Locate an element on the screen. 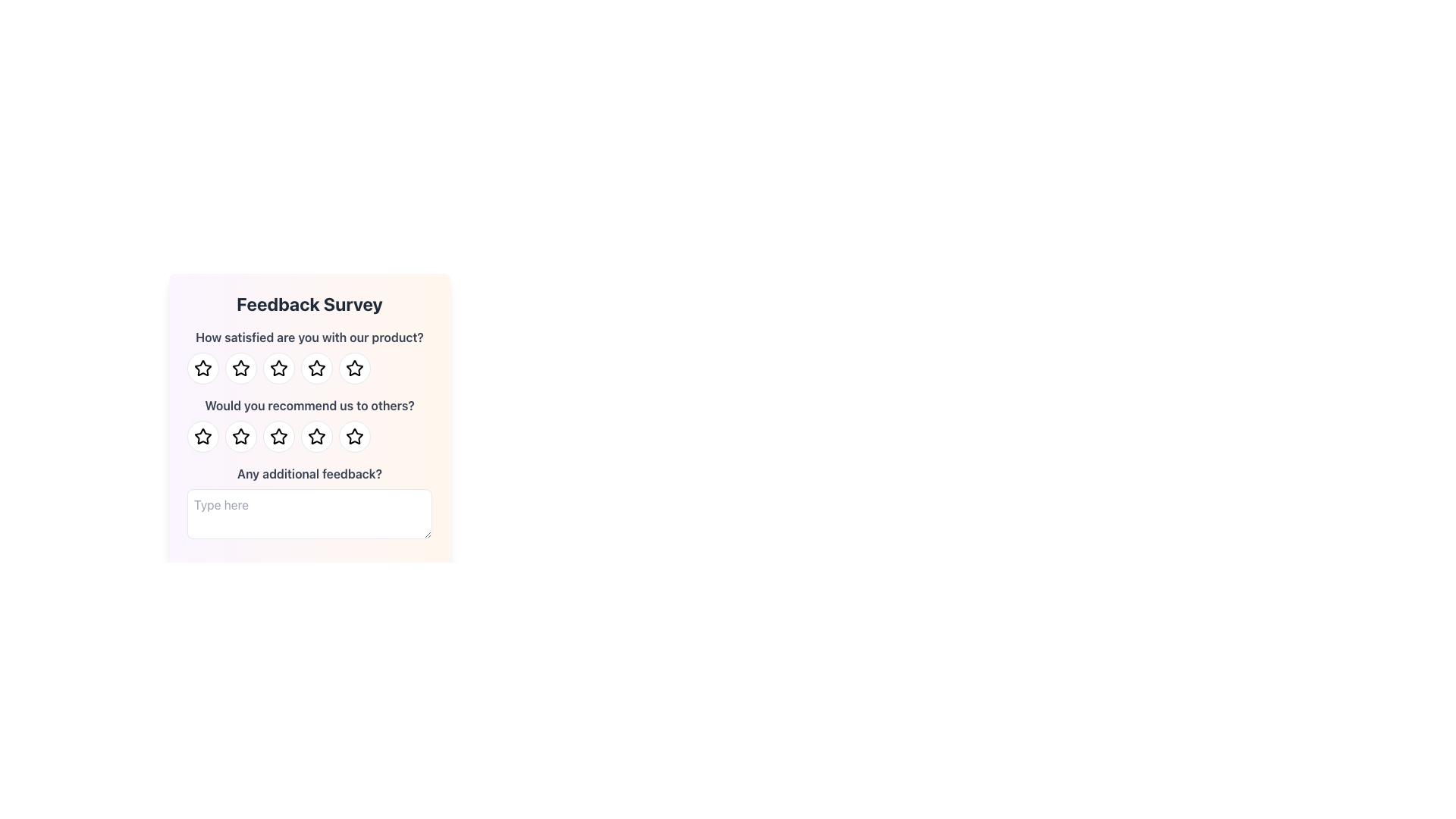 This screenshot has height=819, width=1456. the first circular star button with a white background and black outlined star icon is located at coordinates (202, 436).